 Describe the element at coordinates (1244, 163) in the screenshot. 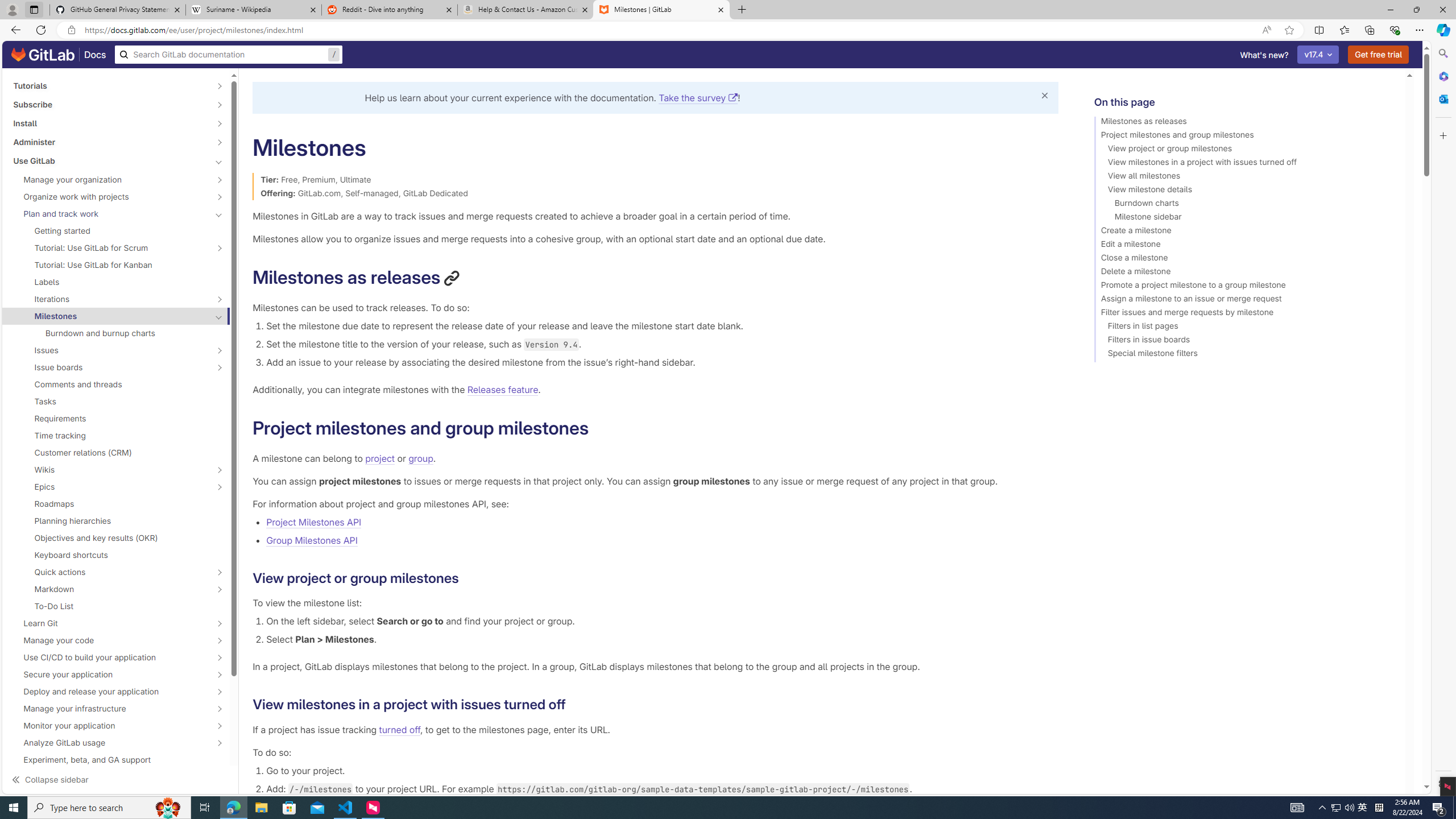

I see `'View milestones in a project with issues turned off'` at that location.